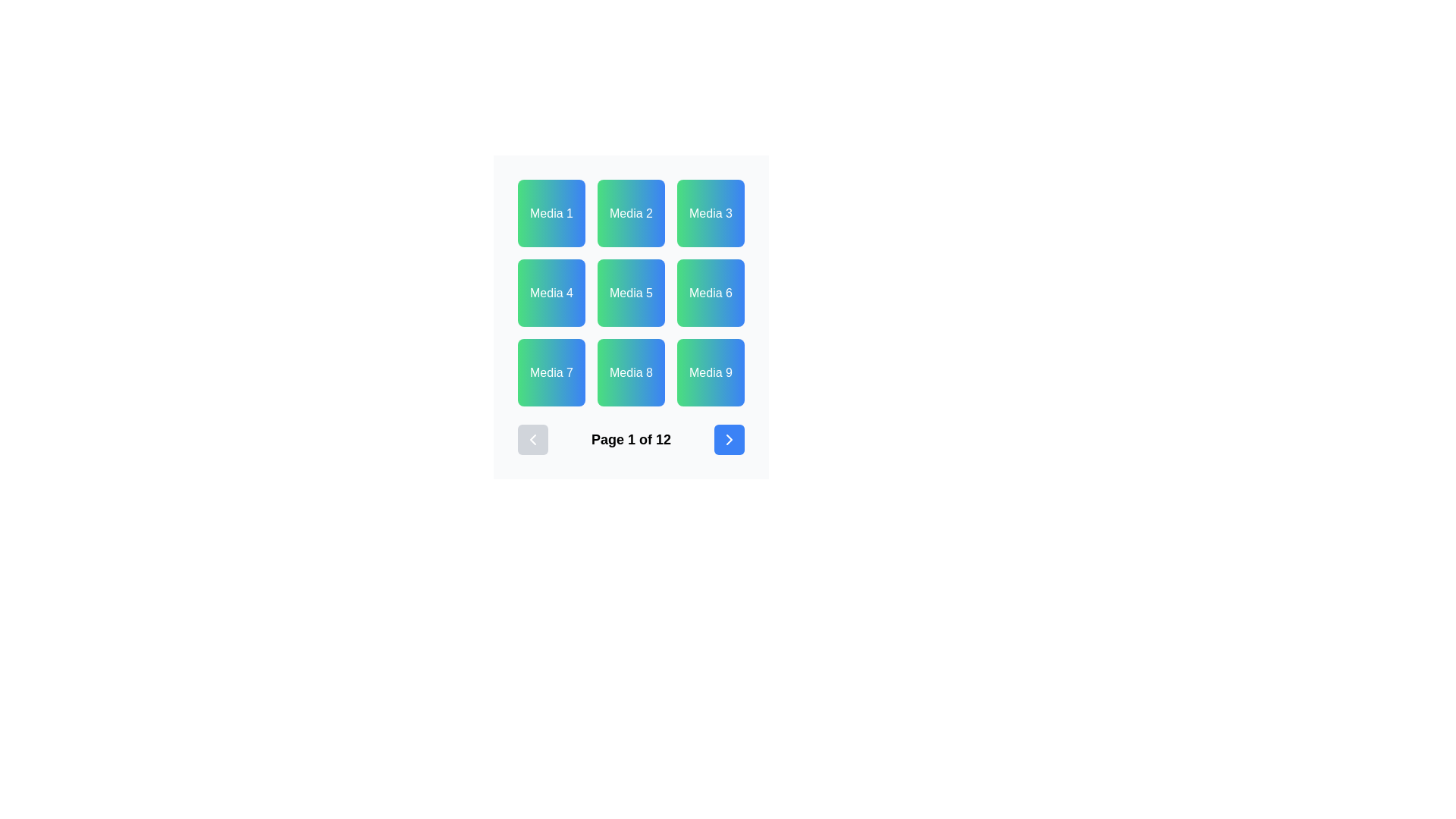 The width and height of the screenshot is (1456, 819). I want to click on the pagination label that indicates the current page and total number of pages, centrally positioned in the navigation bar below the media items, so click(631, 439).